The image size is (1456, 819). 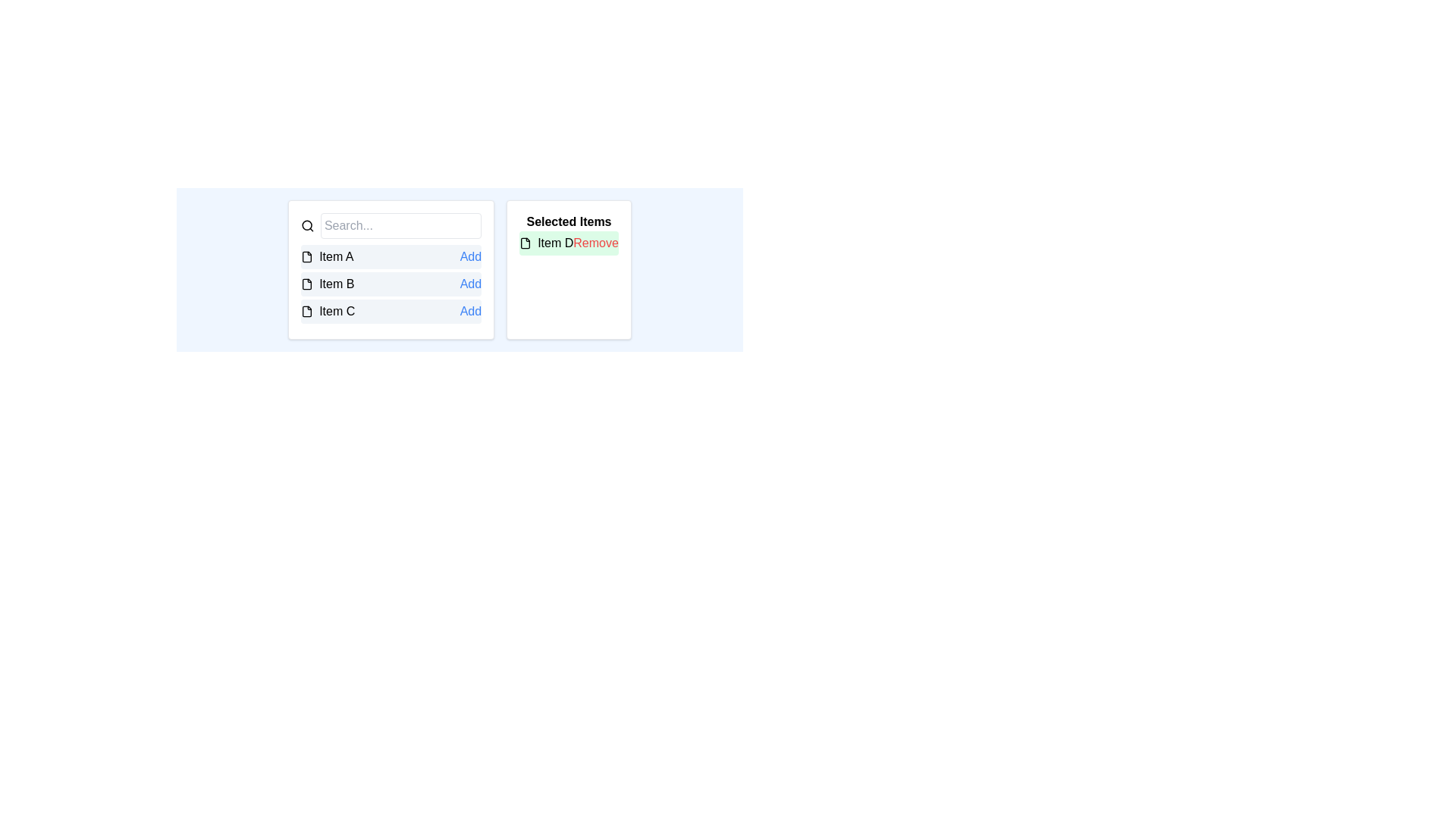 What do you see at coordinates (469, 284) in the screenshot?
I see `the 'Add' button associated with 'Item B'` at bounding box center [469, 284].